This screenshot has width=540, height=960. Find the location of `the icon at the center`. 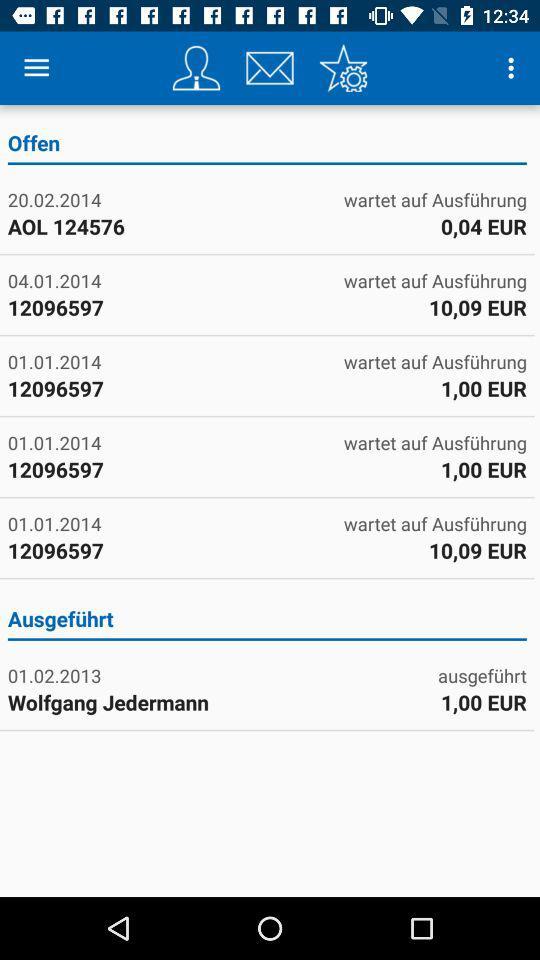

the icon at the center is located at coordinates (267, 621).